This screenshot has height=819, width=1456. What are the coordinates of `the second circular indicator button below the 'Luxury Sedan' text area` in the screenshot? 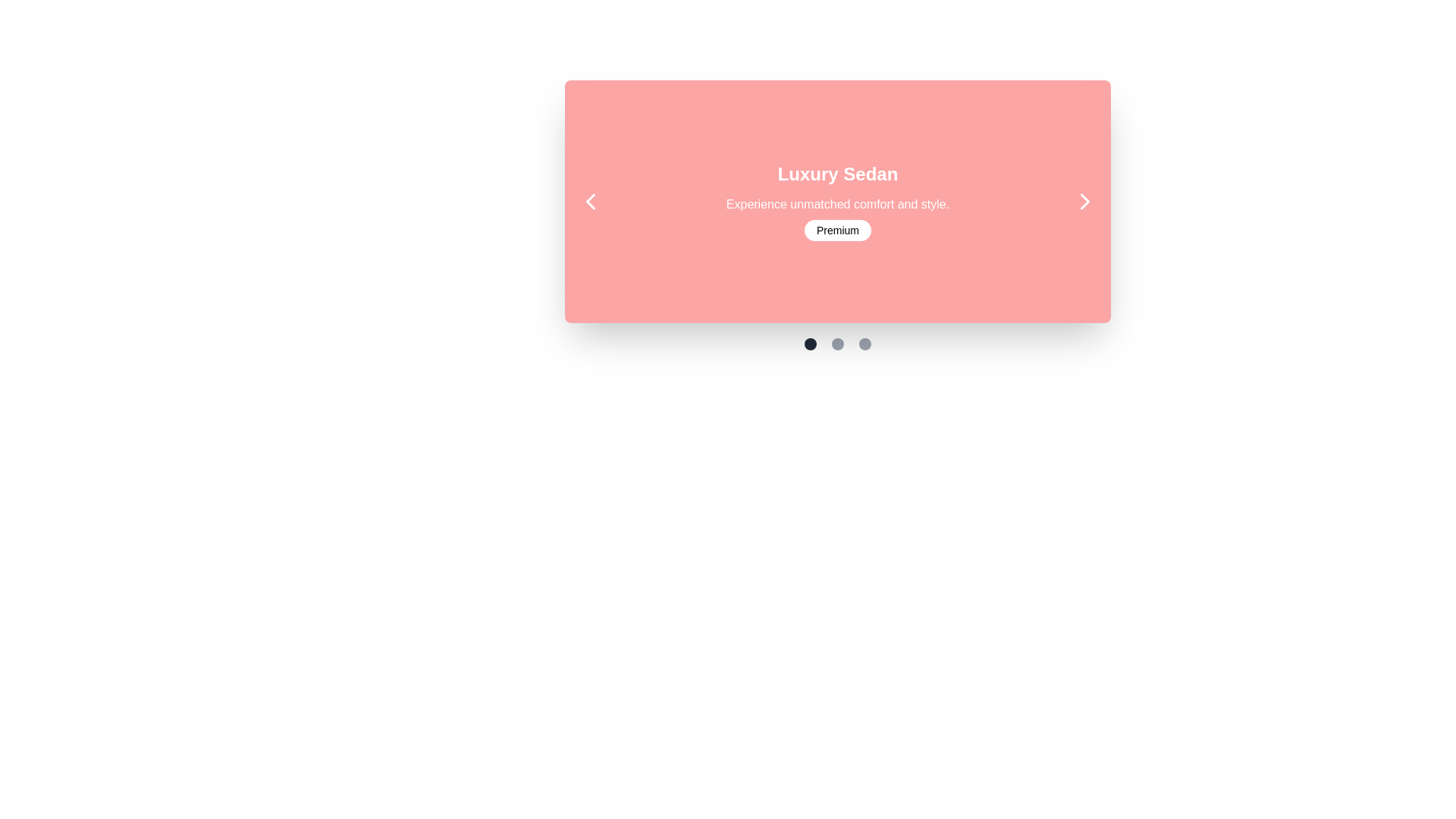 It's located at (836, 344).